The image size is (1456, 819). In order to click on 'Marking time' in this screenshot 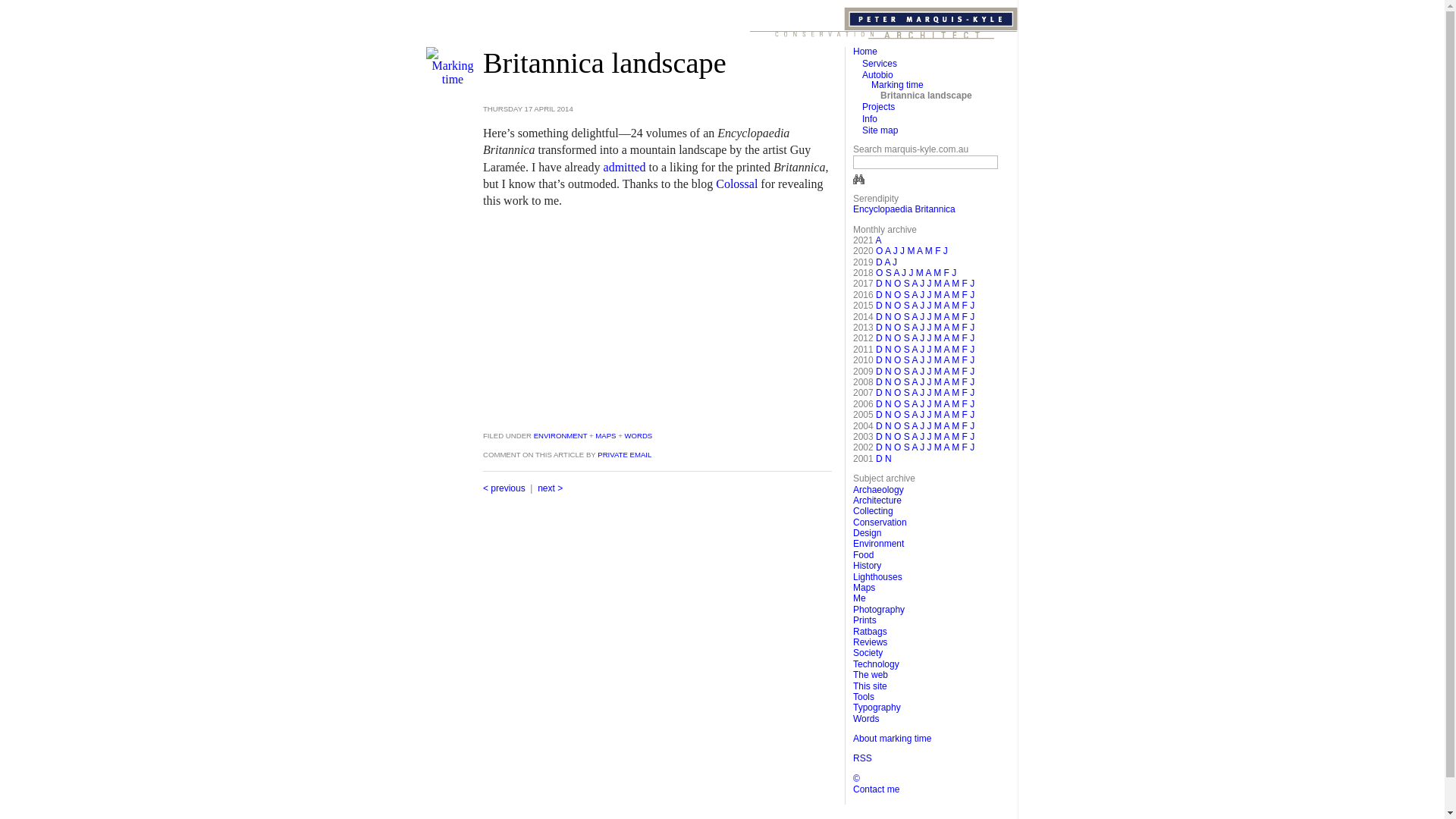, I will do `click(451, 79)`.